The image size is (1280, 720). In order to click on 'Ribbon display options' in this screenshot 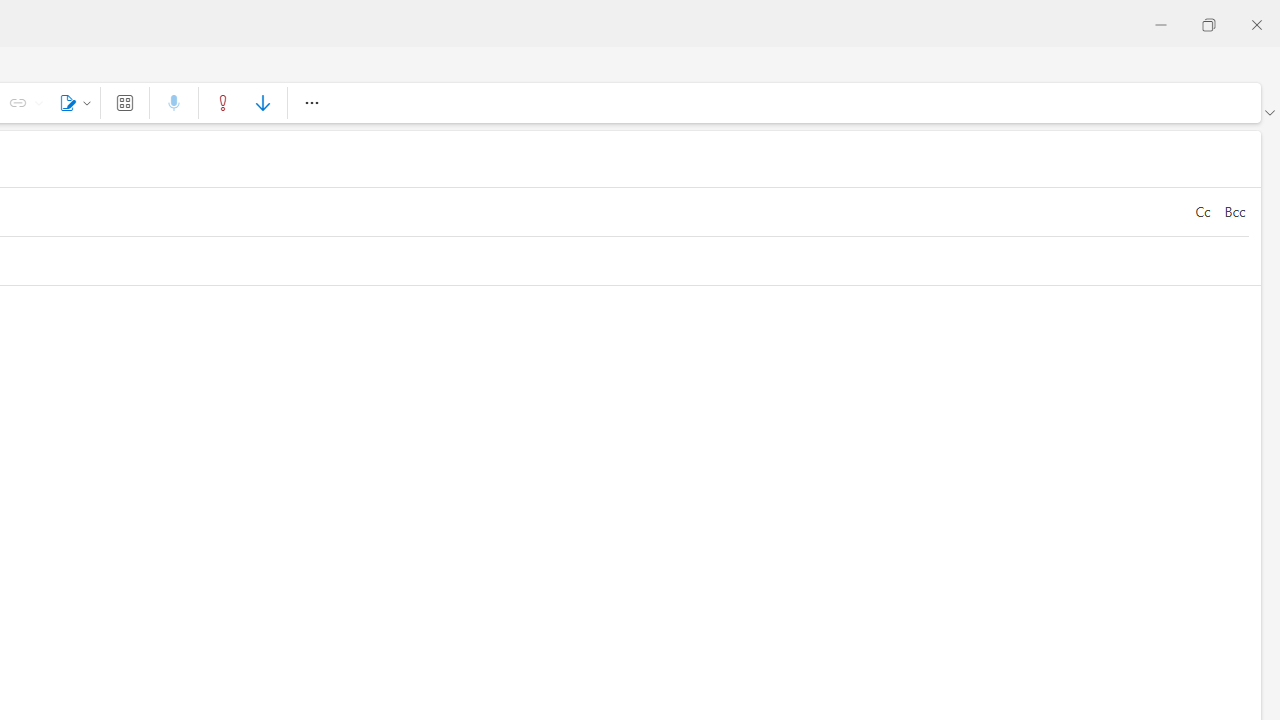, I will do `click(1268, 113)`.